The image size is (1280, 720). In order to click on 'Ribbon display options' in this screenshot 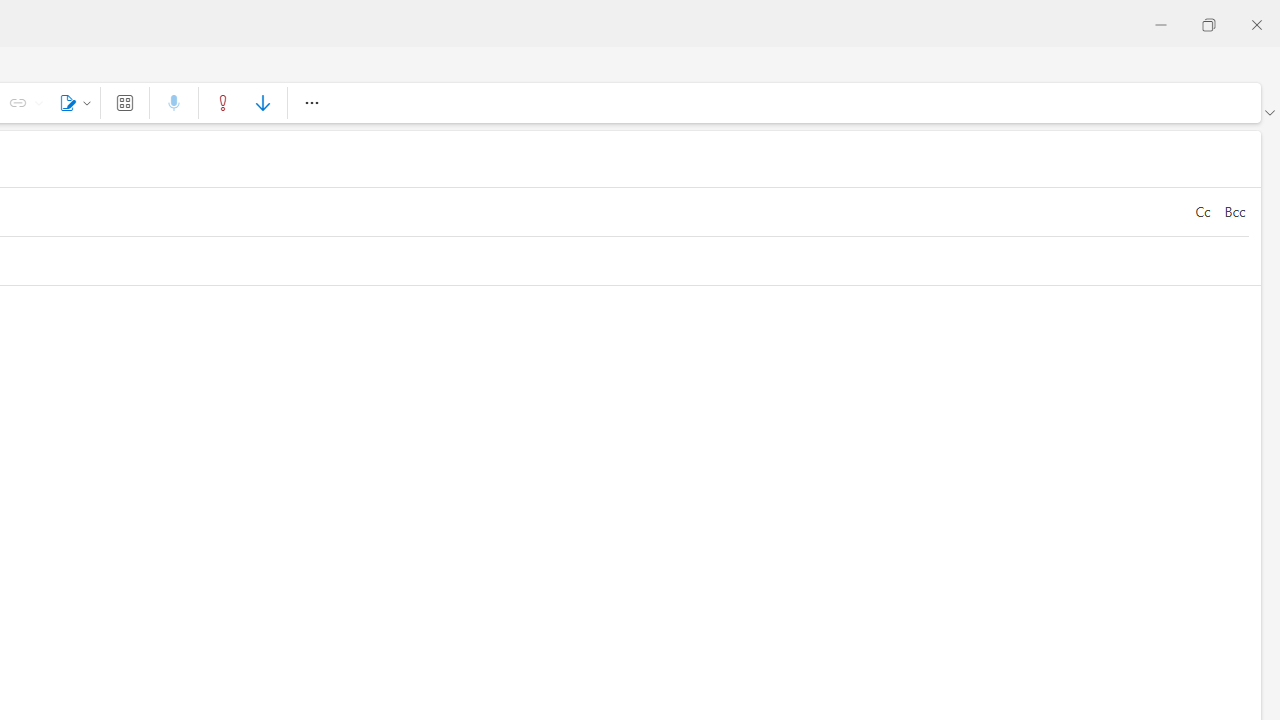, I will do `click(1268, 113)`.